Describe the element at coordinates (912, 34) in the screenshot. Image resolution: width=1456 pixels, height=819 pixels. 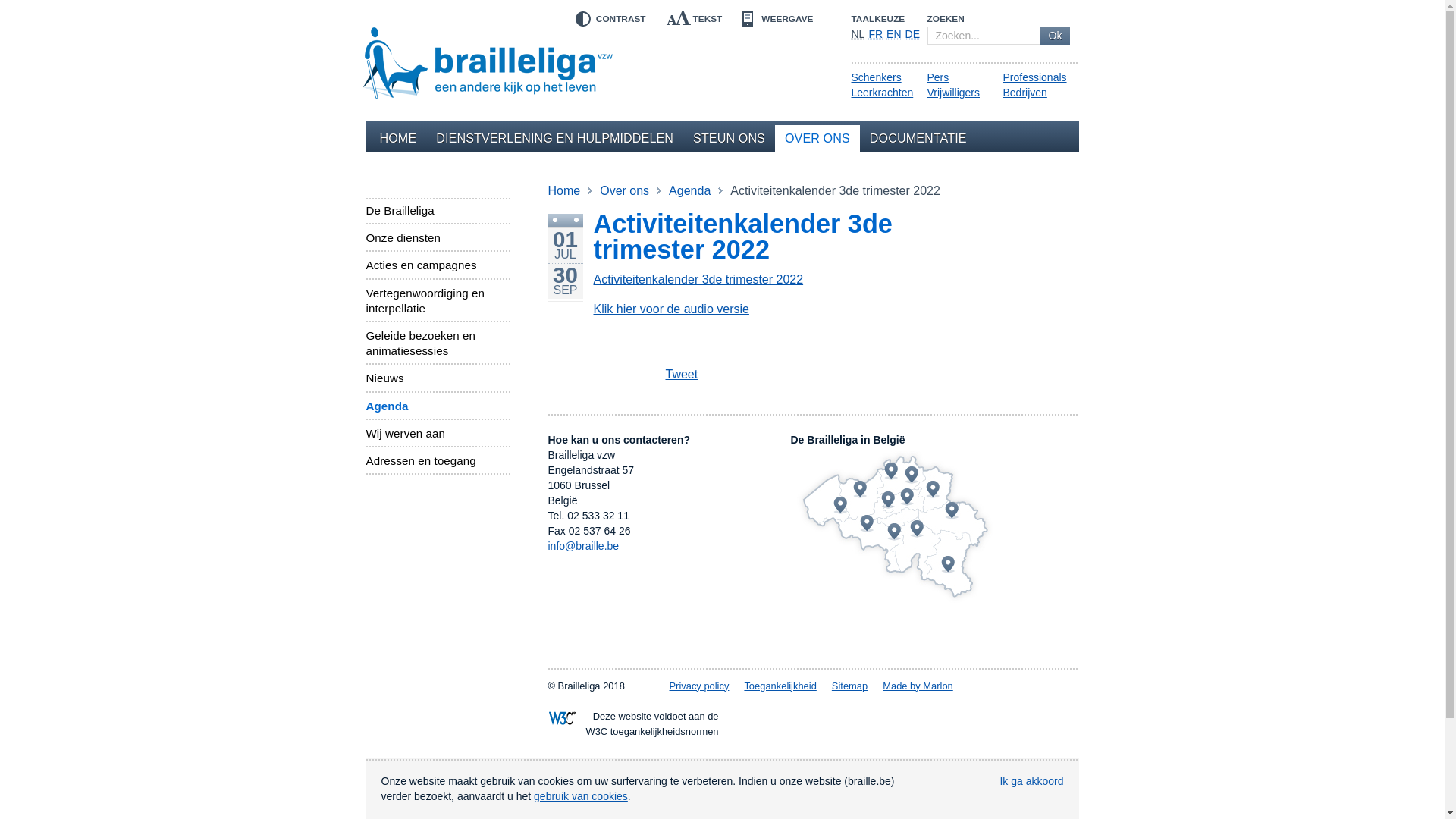
I see `'DE'` at that location.